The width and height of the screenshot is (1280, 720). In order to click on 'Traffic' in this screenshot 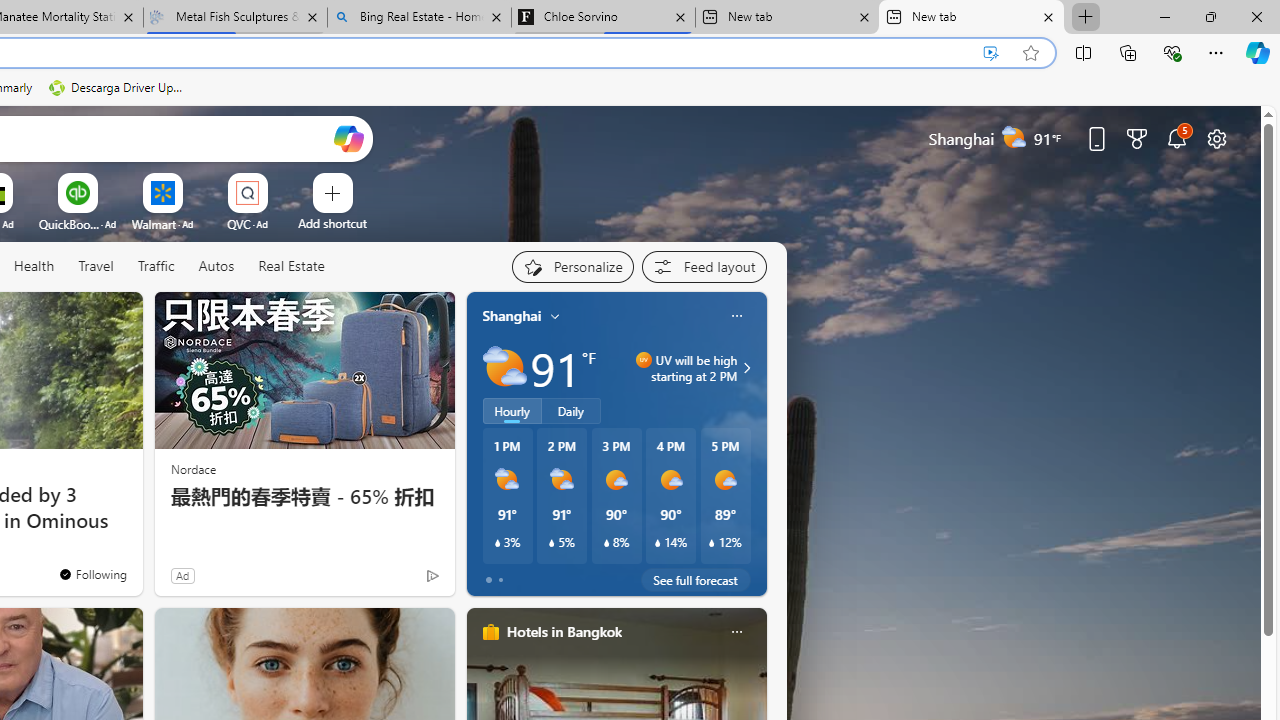, I will do `click(155, 266)`.